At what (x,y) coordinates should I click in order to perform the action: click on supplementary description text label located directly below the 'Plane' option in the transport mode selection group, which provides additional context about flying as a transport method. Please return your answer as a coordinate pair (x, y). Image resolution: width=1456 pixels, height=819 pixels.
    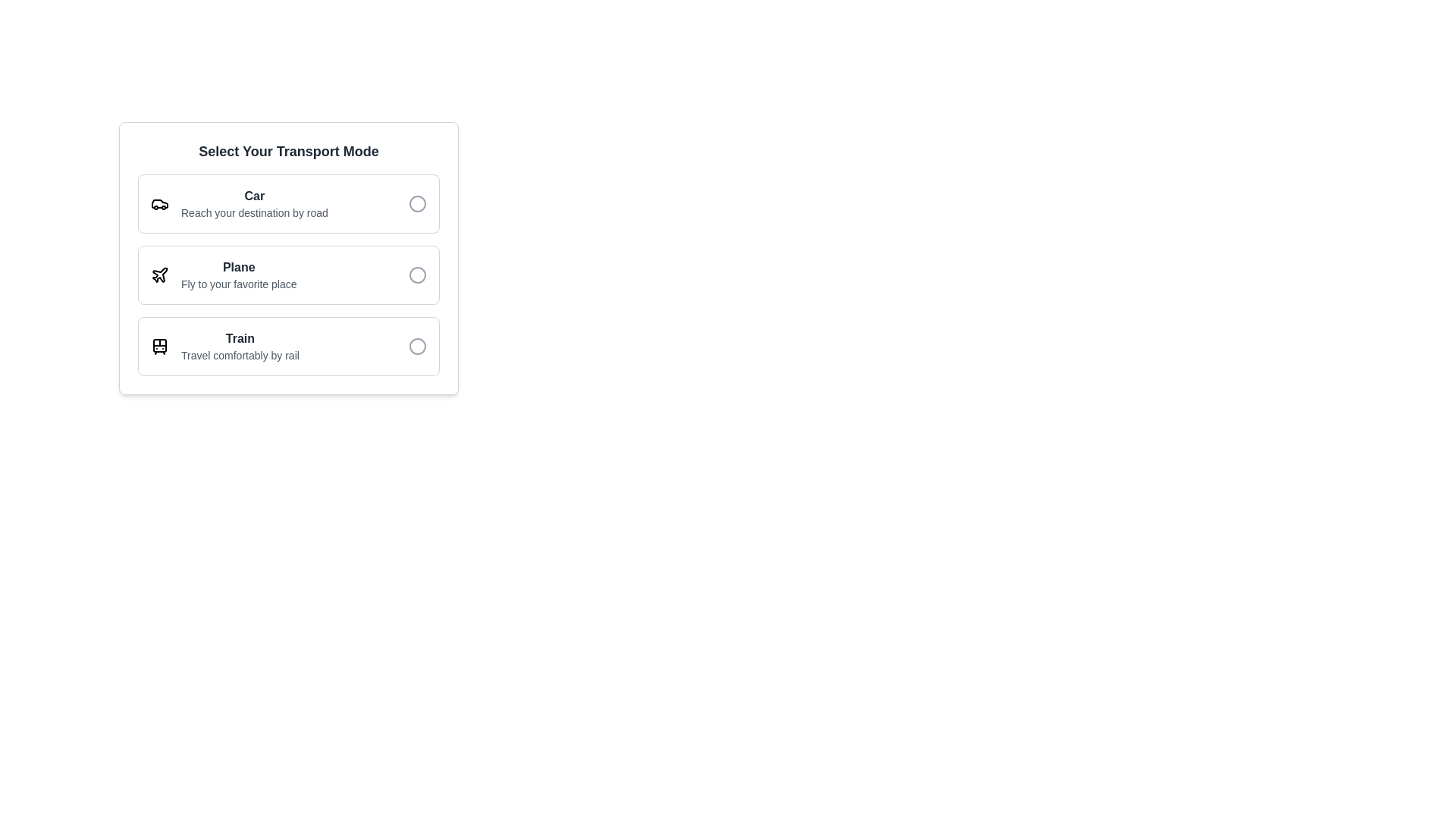
    Looking at the image, I should click on (238, 284).